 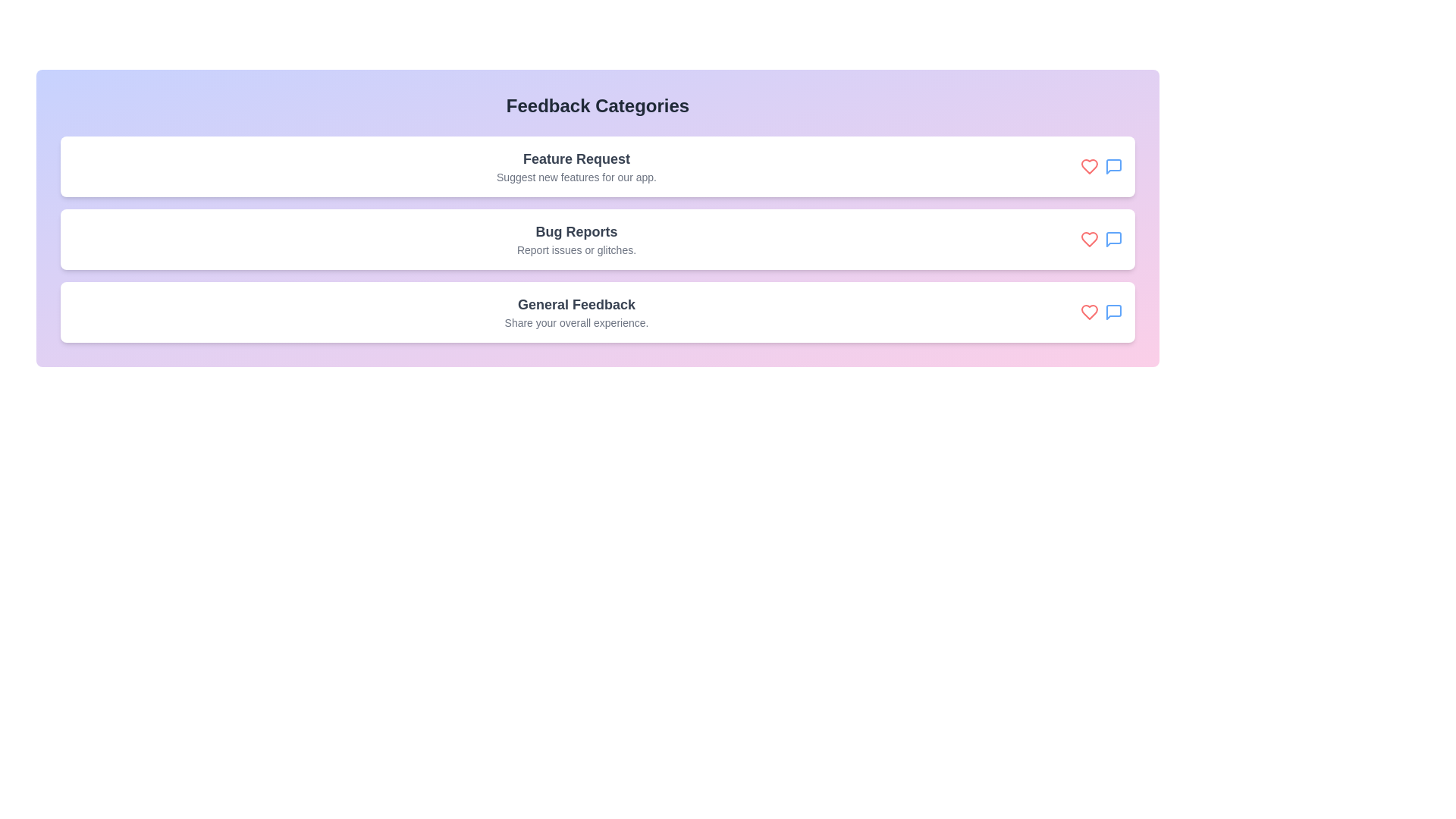 What do you see at coordinates (1113, 312) in the screenshot?
I see `the message icon in the General Feedback feedback item` at bounding box center [1113, 312].